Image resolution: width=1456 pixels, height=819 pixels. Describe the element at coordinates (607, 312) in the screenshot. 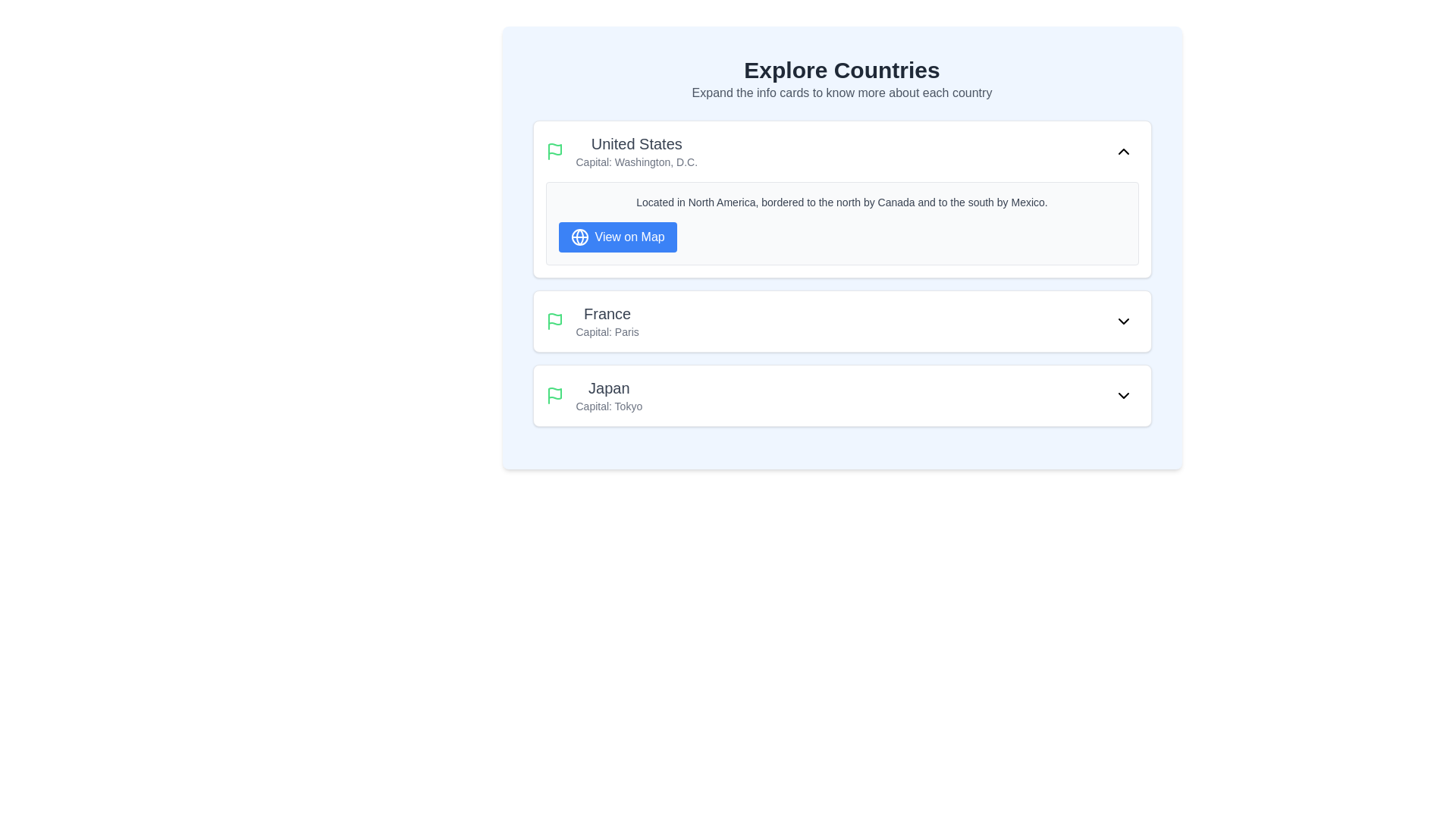

I see `the static text element that displays the name of the country, which is the topmost component in the second card of the vertically arranged list of country cards` at that location.